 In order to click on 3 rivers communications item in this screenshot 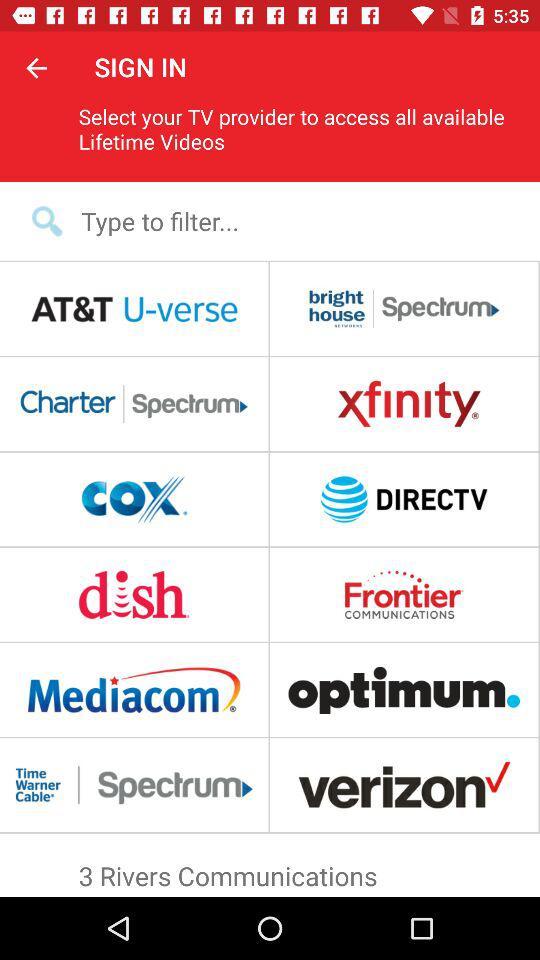, I will do `click(270, 870)`.